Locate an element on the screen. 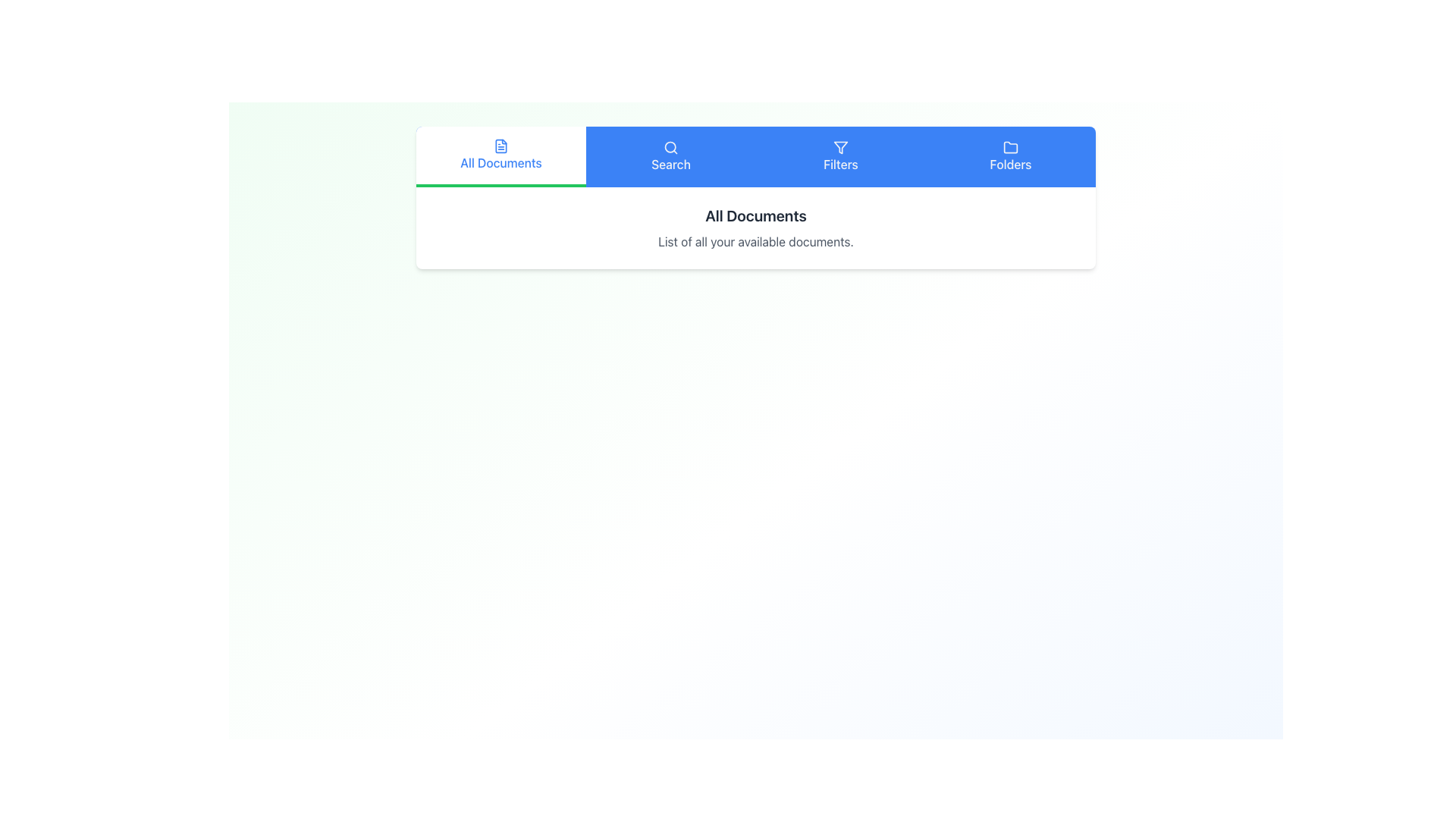 This screenshot has height=819, width=1456. the 'Filters' button is located at coordinates (839, 157).